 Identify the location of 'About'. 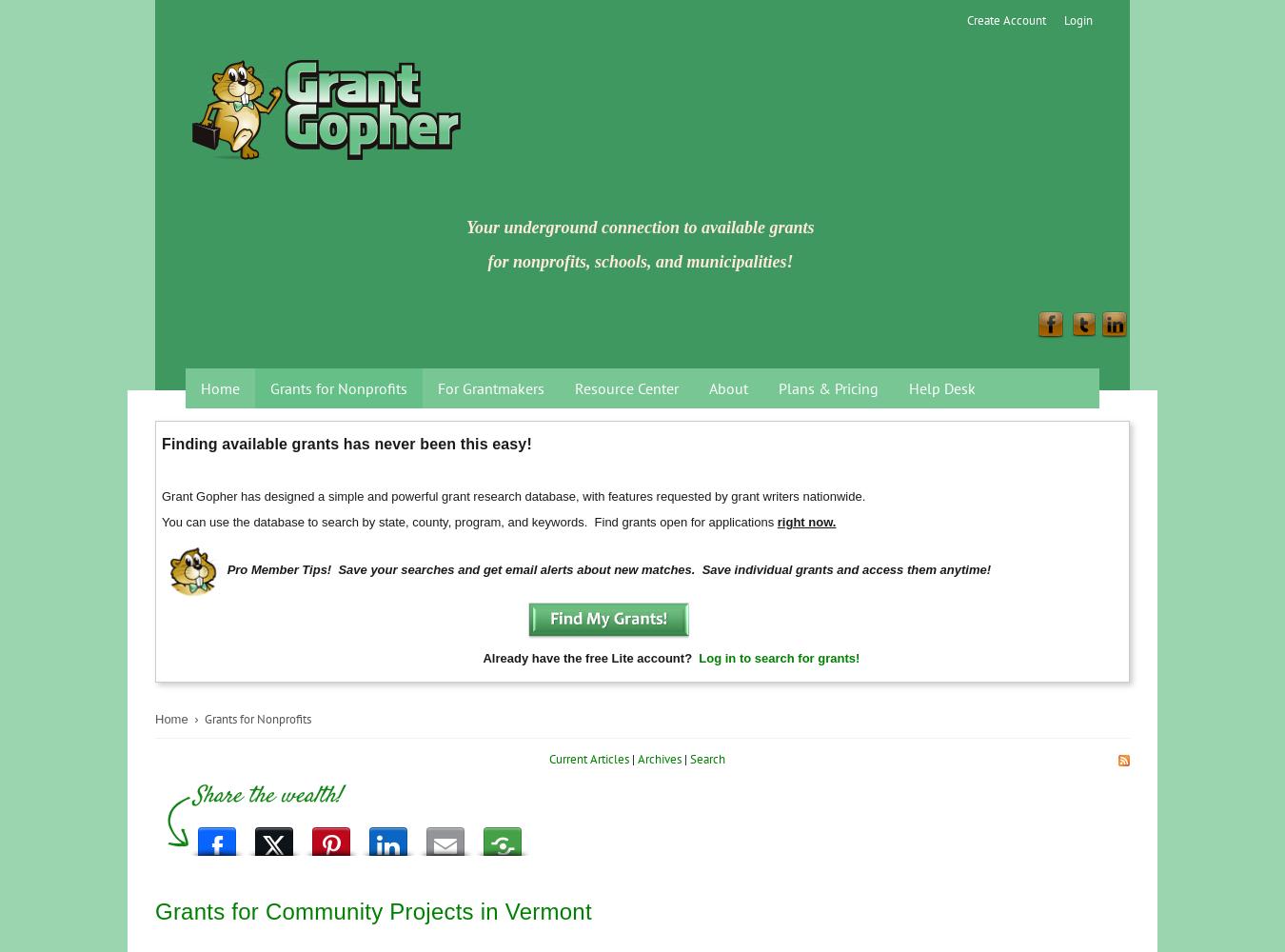
(727, 388).